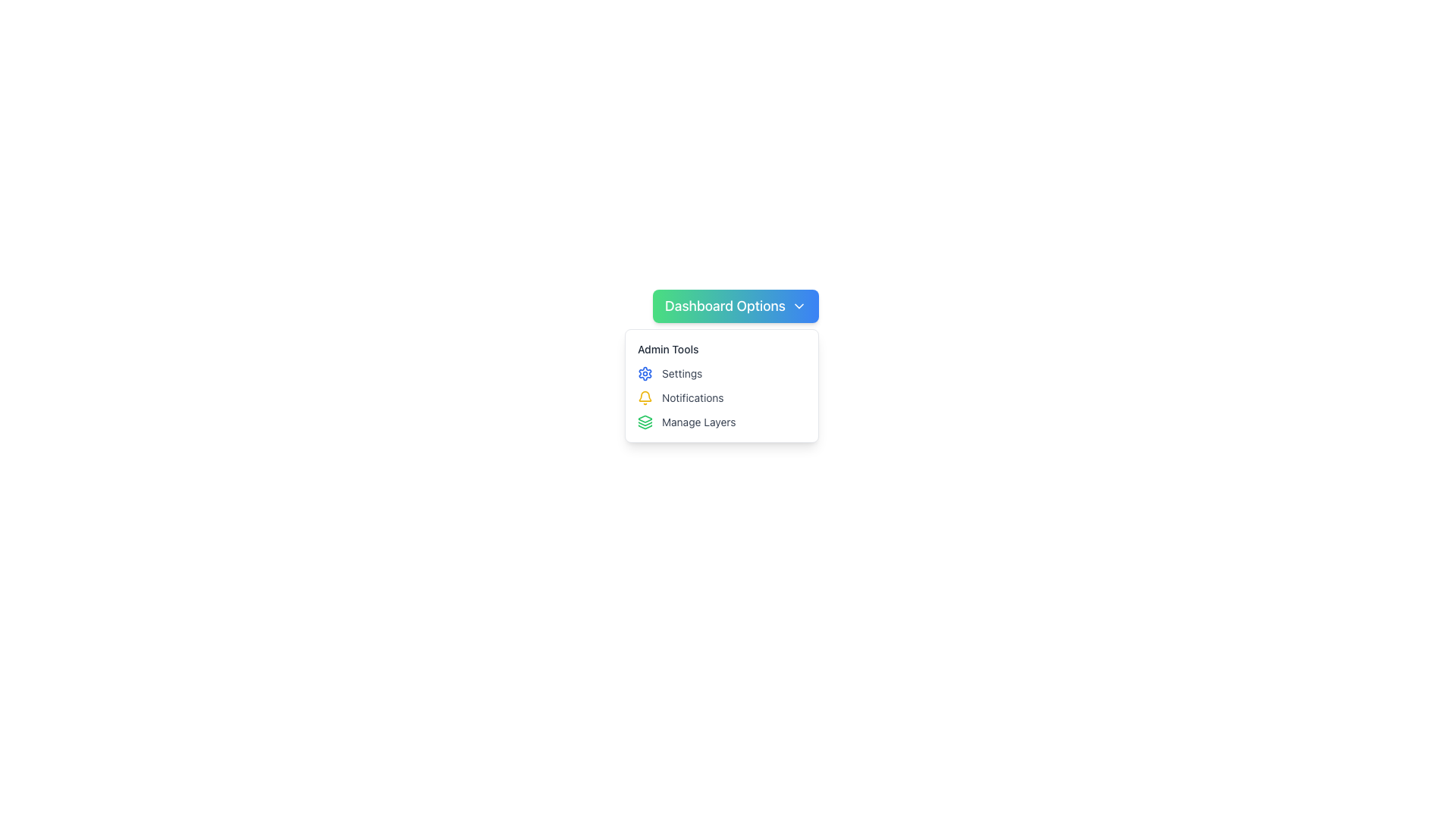 The image size is (1456, 819). What do you see at coordinates (692, 397) in the screenshot?
I see `the text label that reads 'Notifications,' which is styled in gray and is part of the 'Admin Tools' section in the popup menu` at bounding box center [692, 397].